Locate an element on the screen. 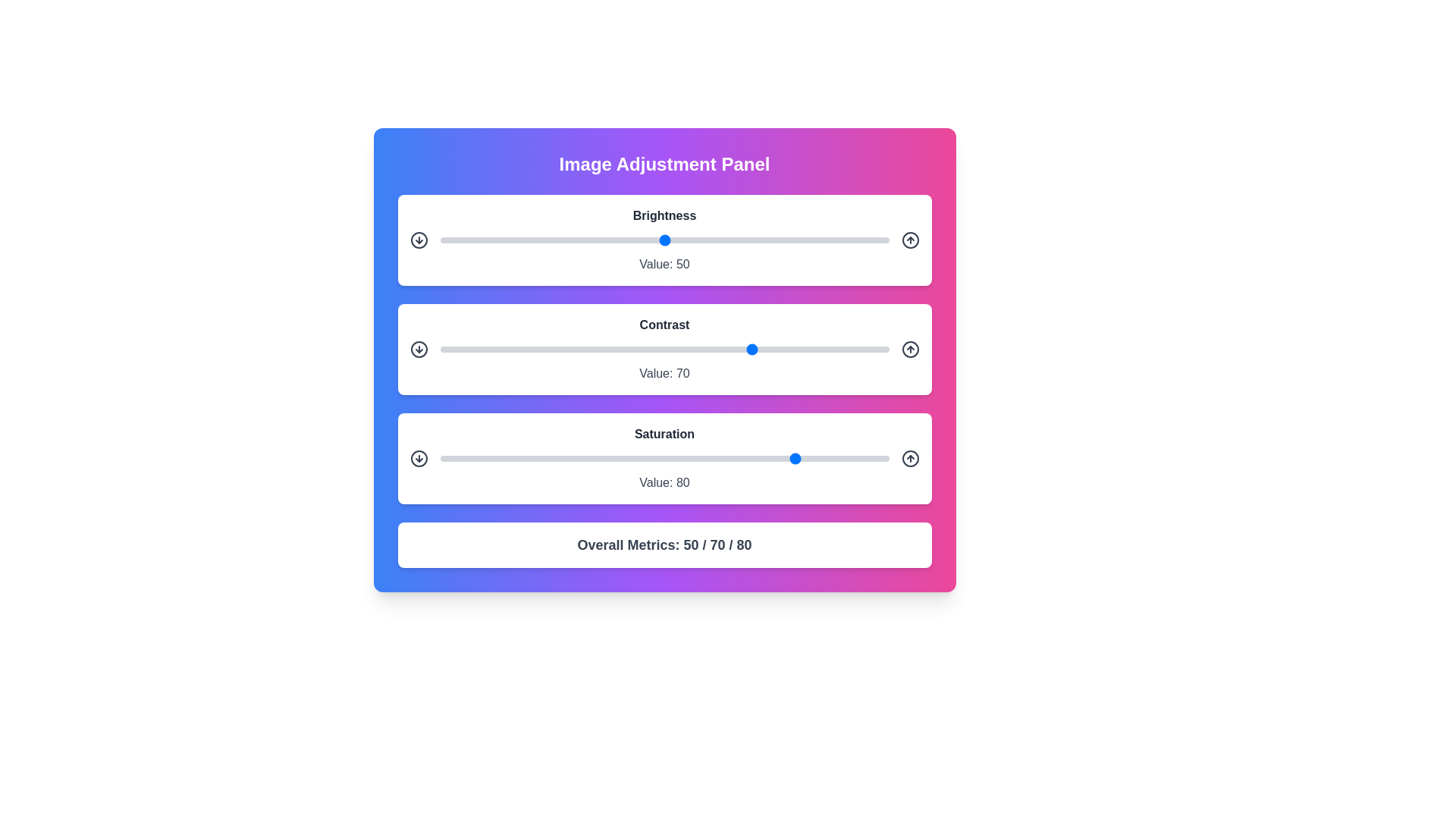 The height and width of the screenshot is (819, 1456). contrast is located at coordinates (470, 350).